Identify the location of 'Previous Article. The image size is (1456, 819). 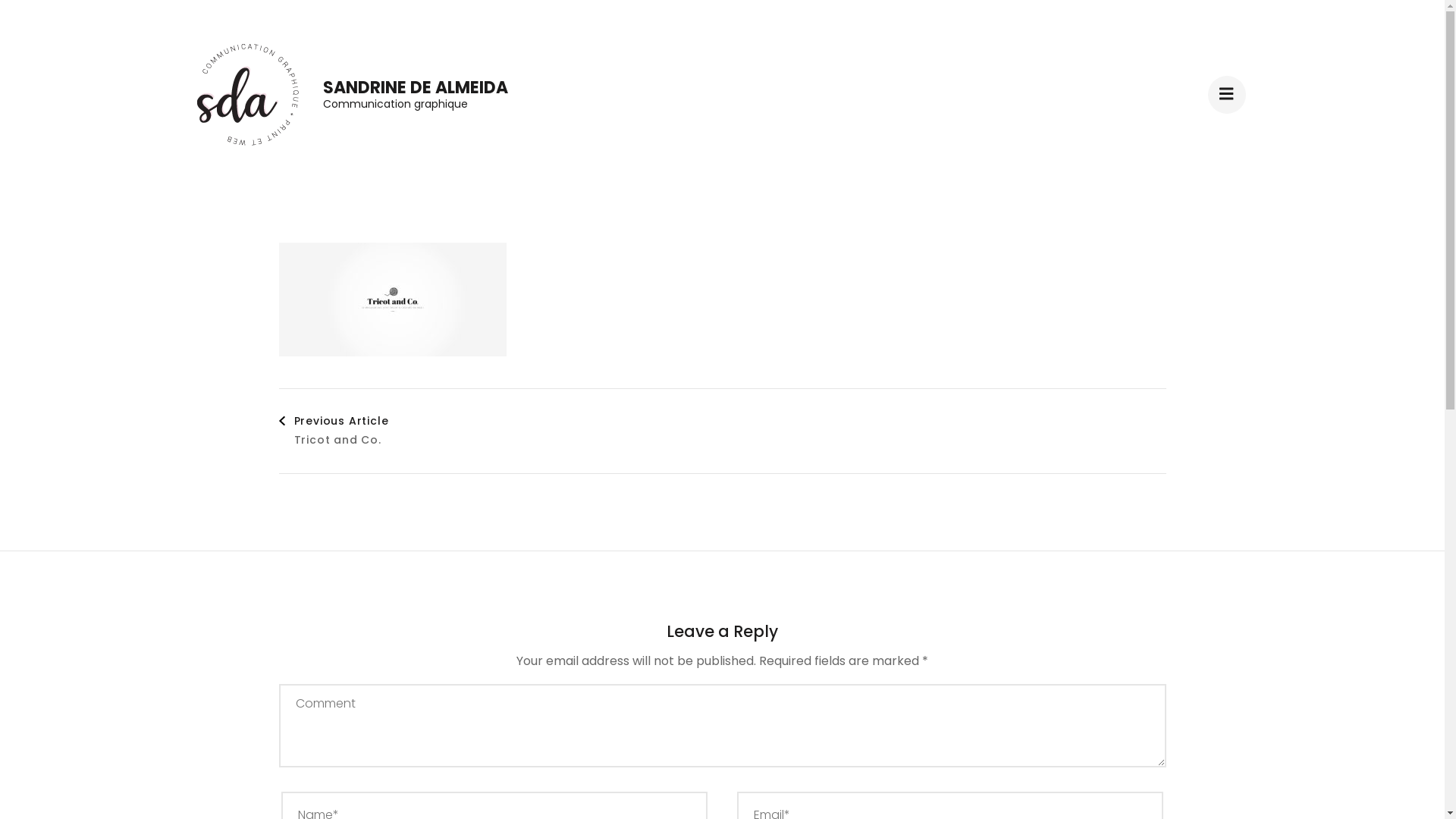
(333, 430).